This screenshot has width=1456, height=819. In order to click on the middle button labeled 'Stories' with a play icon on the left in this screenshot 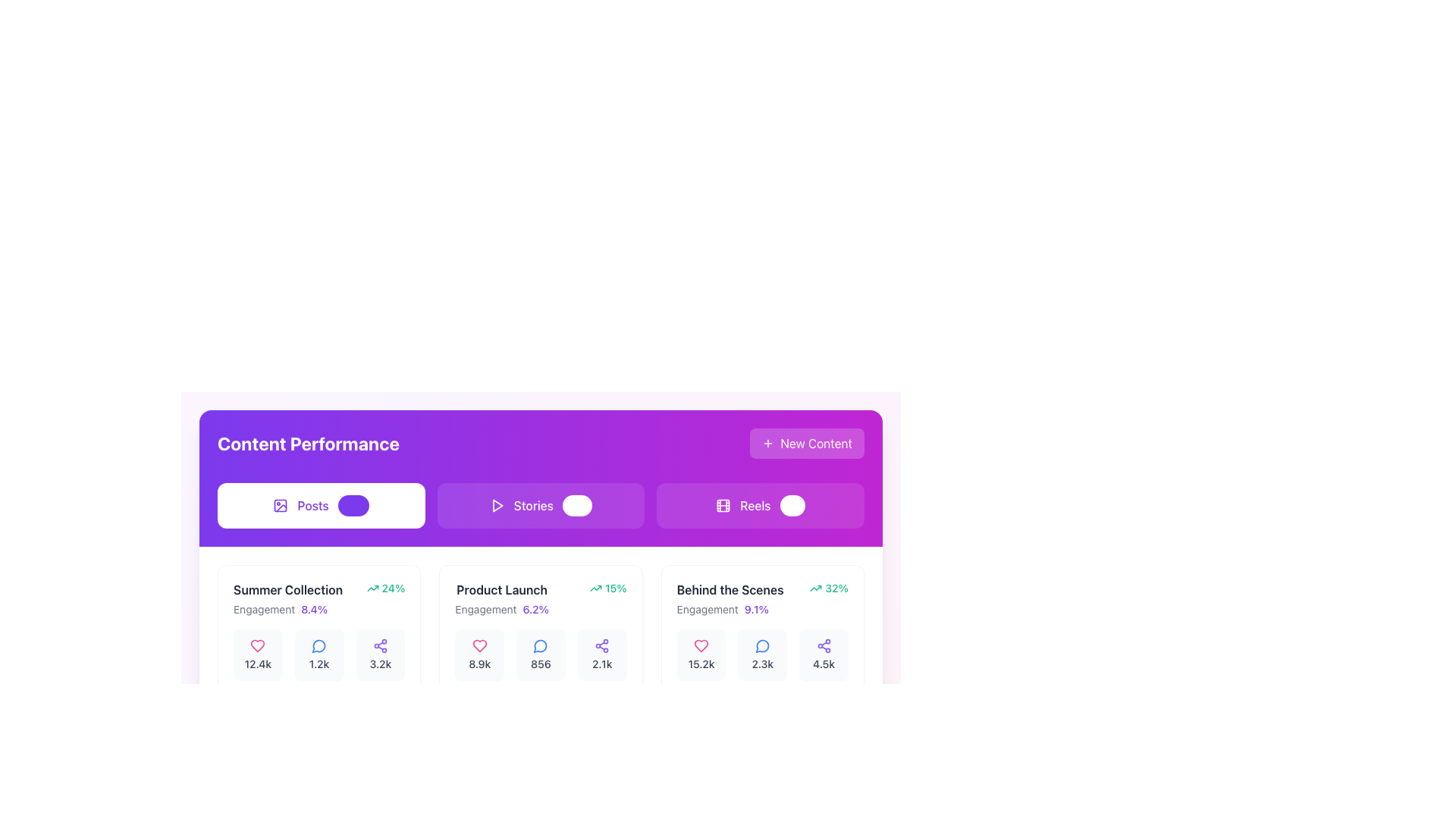, I will do `click(541, 506)`.